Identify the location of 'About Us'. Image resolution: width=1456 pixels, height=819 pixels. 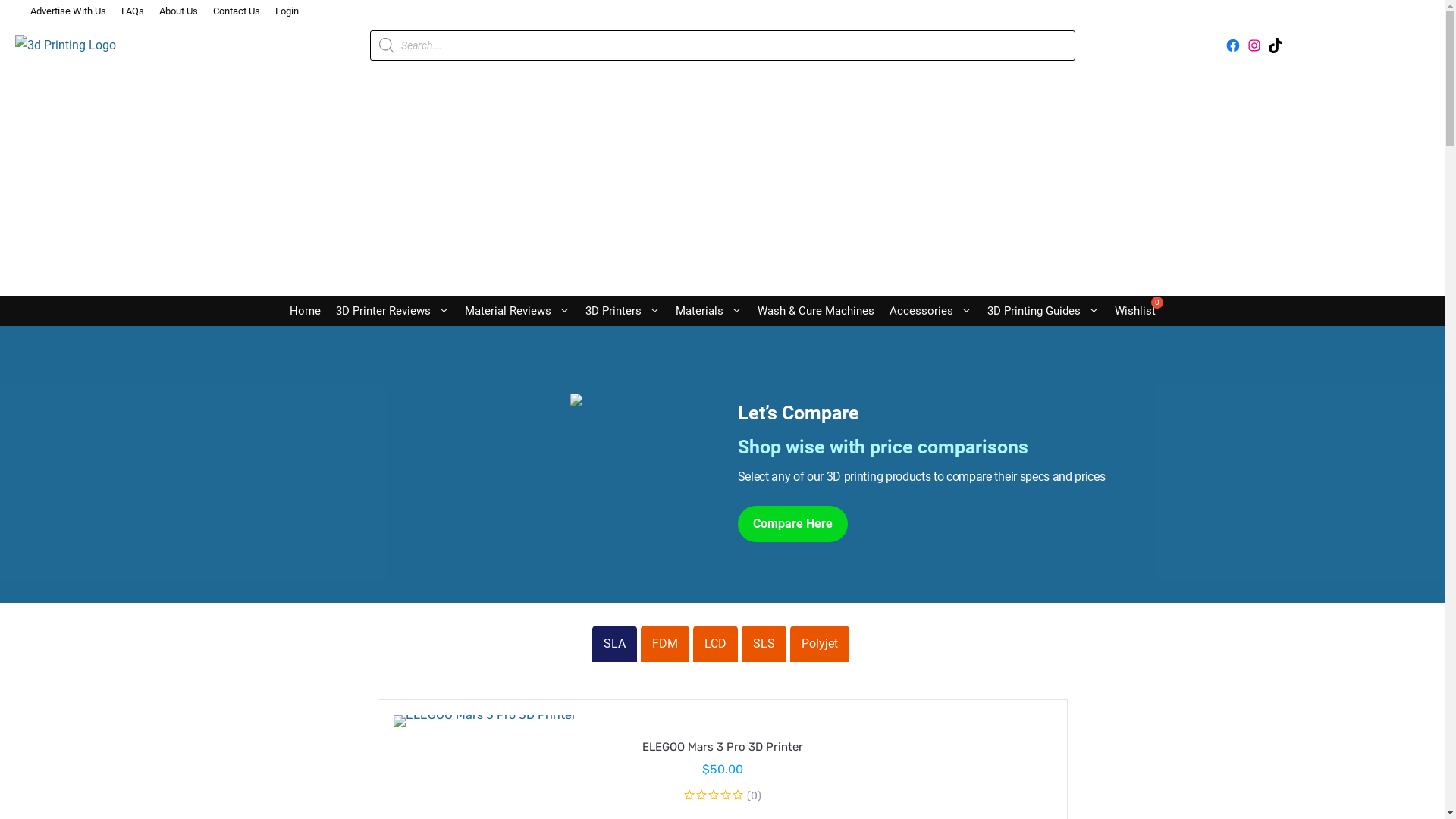
(178, 11).